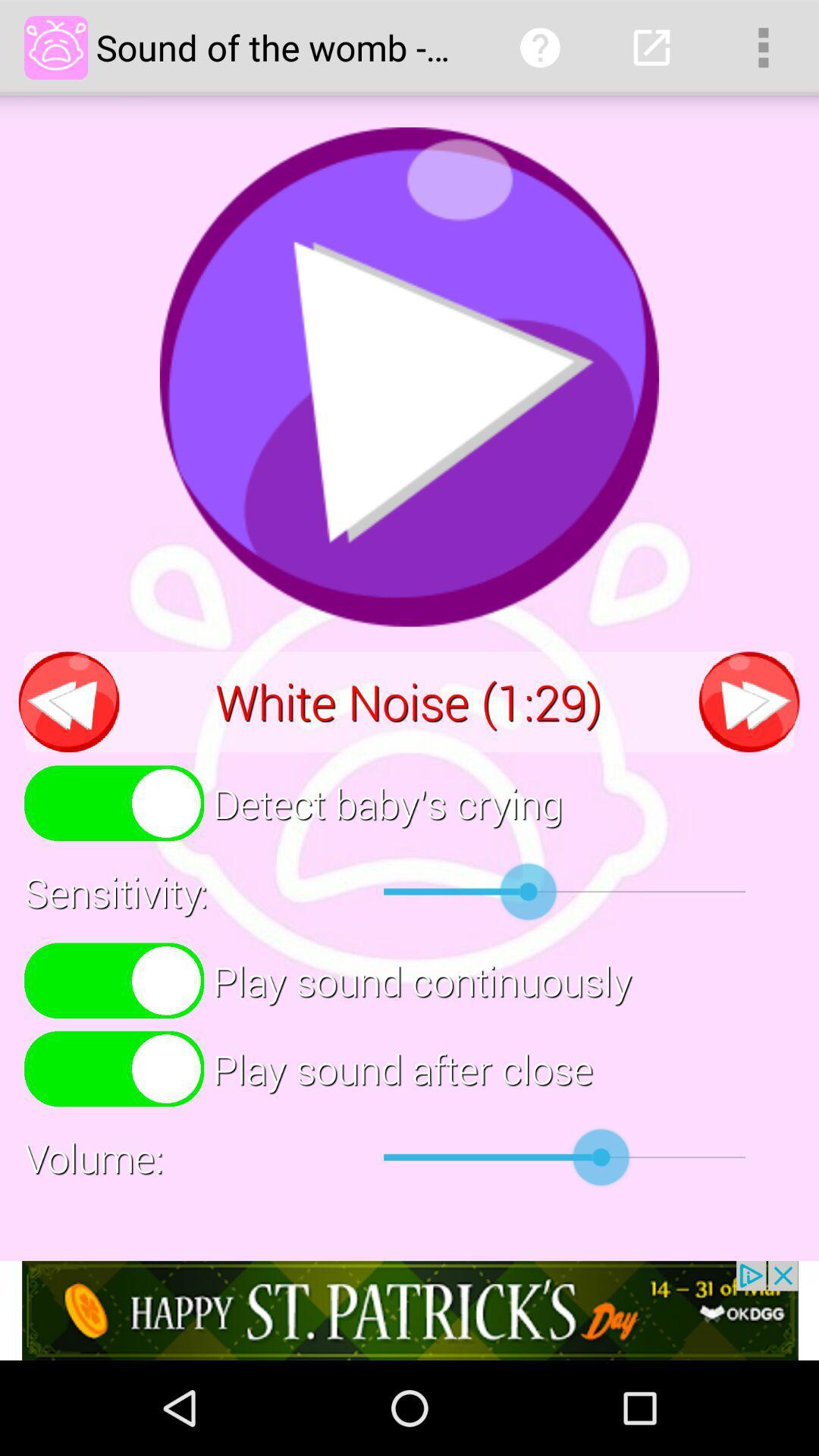 This screenshot has height=1456, width=819. I want to click on rewind button, so click(69, 701).